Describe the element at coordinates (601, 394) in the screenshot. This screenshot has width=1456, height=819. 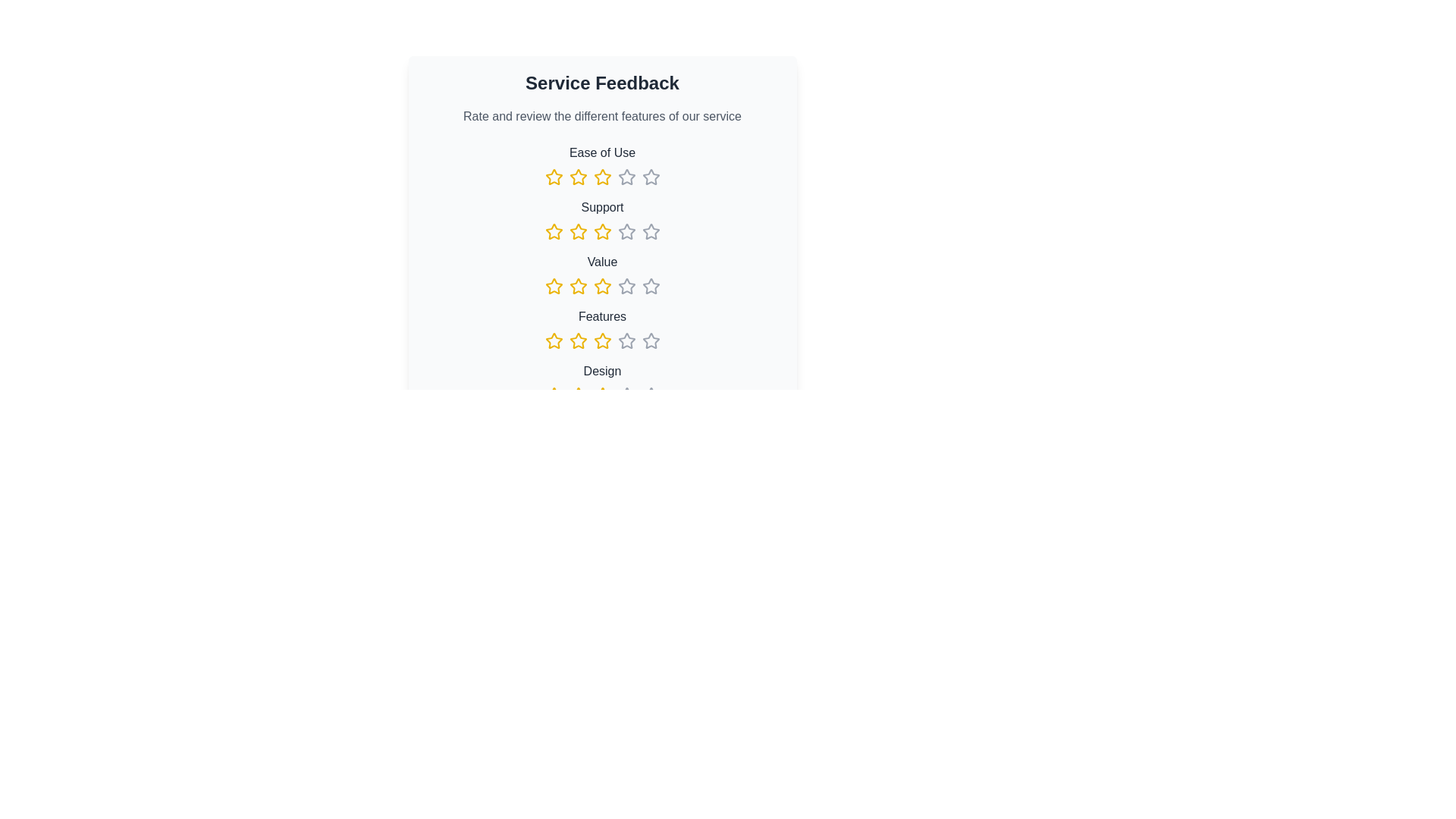
I see `the fifth yellow star icon for the 'Design' rating` at that location.